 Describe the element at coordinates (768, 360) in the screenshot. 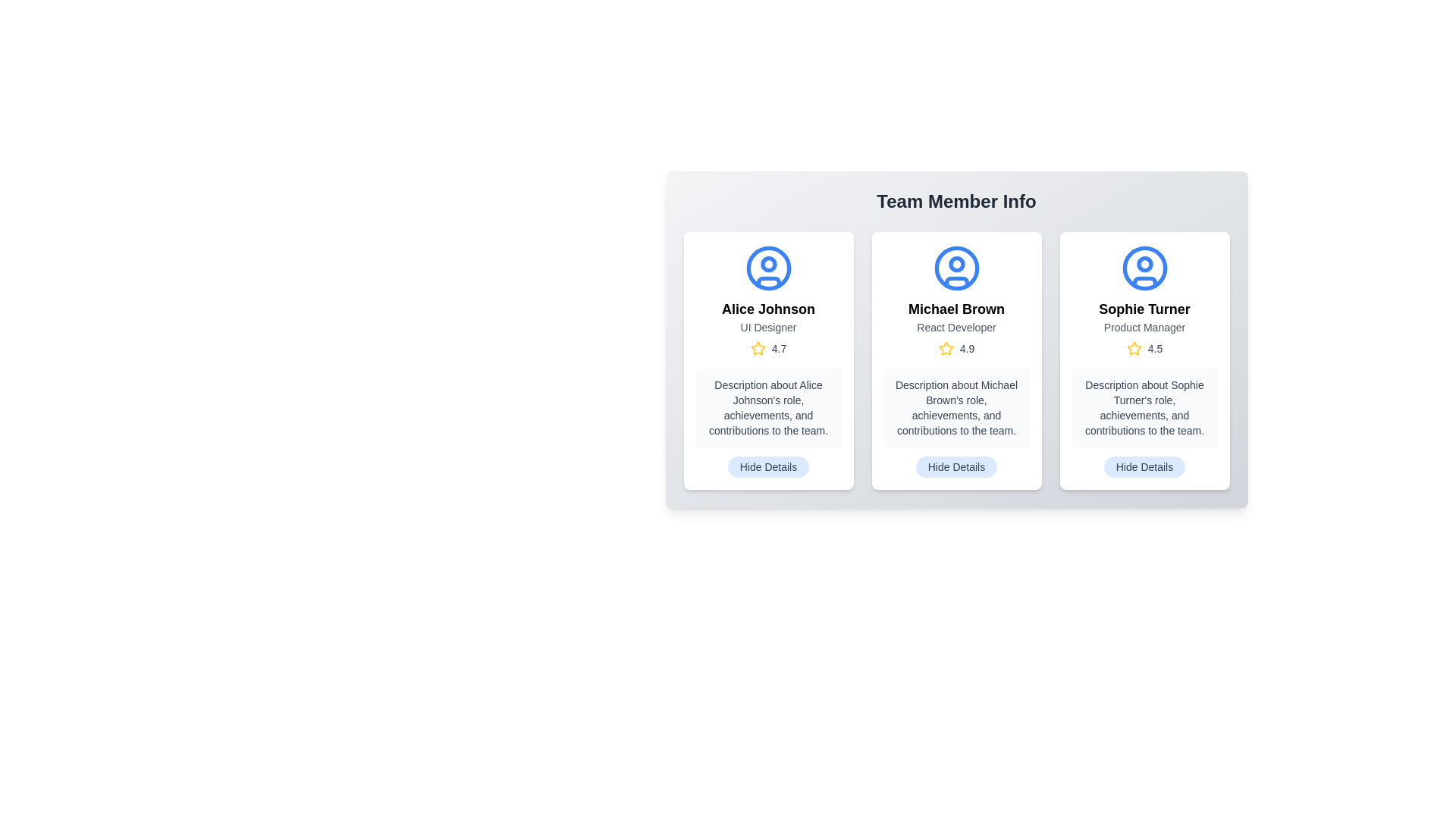

I see `the first card in the grid layout` at that location.